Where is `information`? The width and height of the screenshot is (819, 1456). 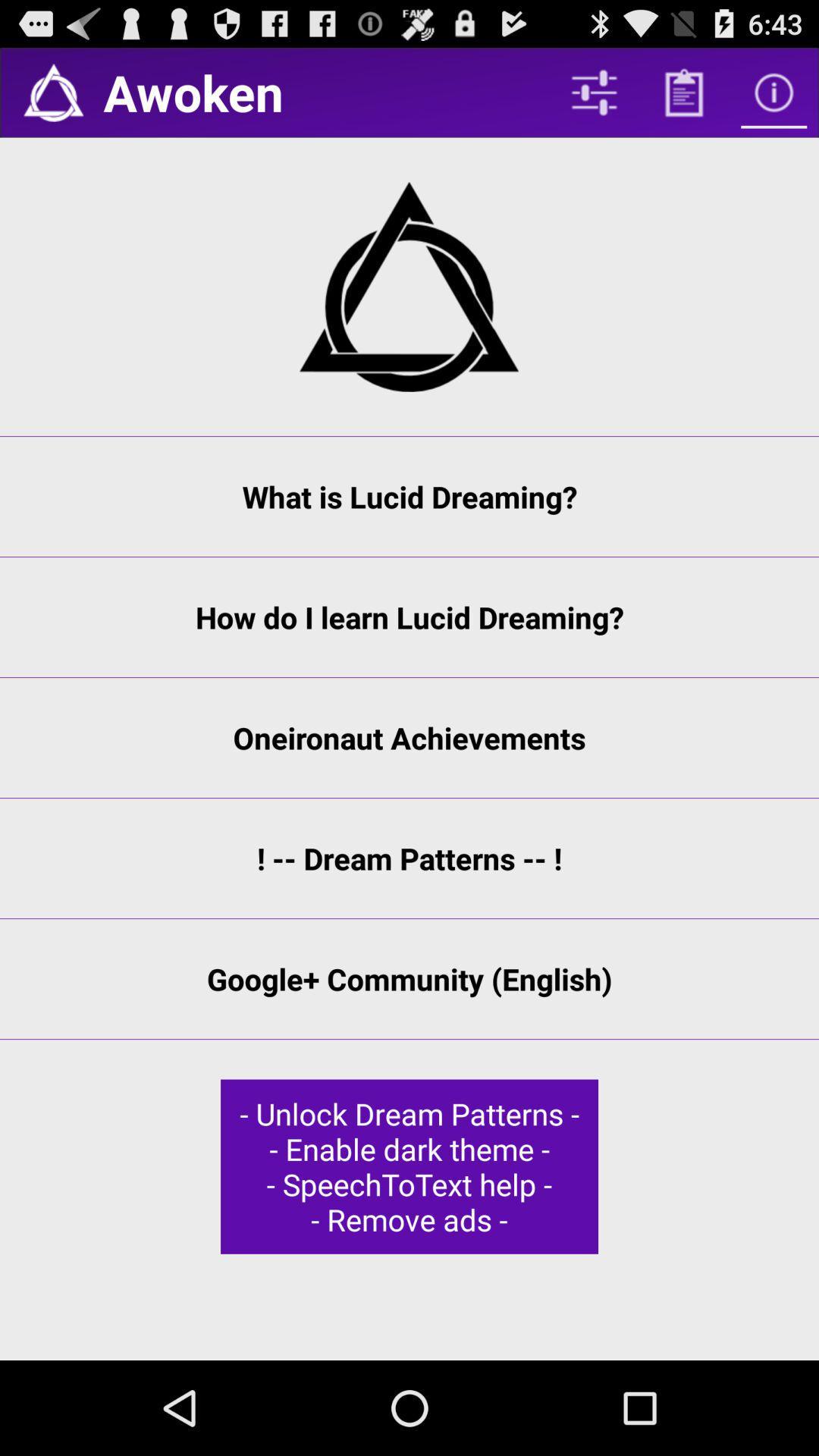
information is located at coordinates (773, 92).